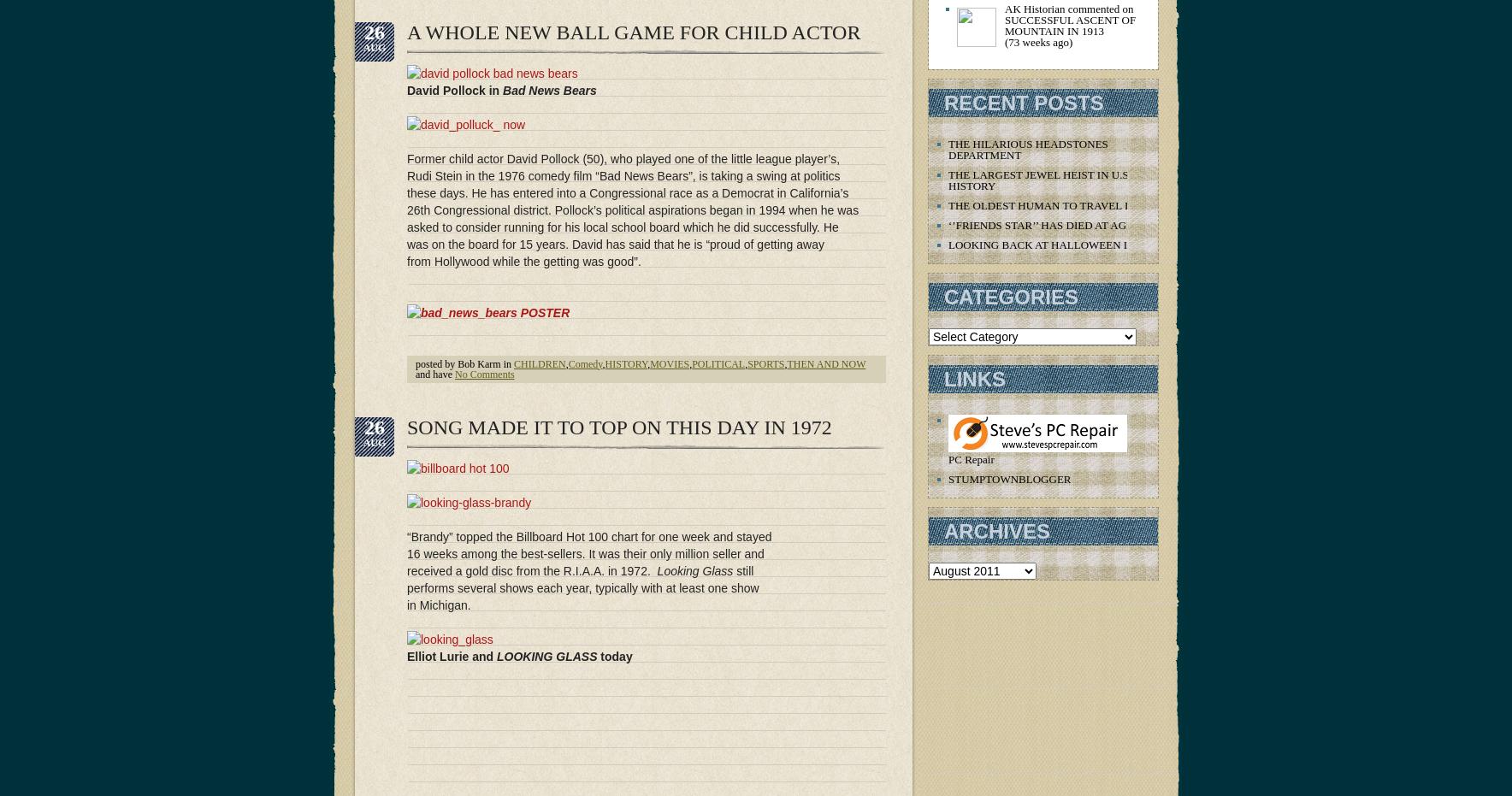 The image size is (1512, 796). I want to click on 'CHILDREN', so click(538, 363).